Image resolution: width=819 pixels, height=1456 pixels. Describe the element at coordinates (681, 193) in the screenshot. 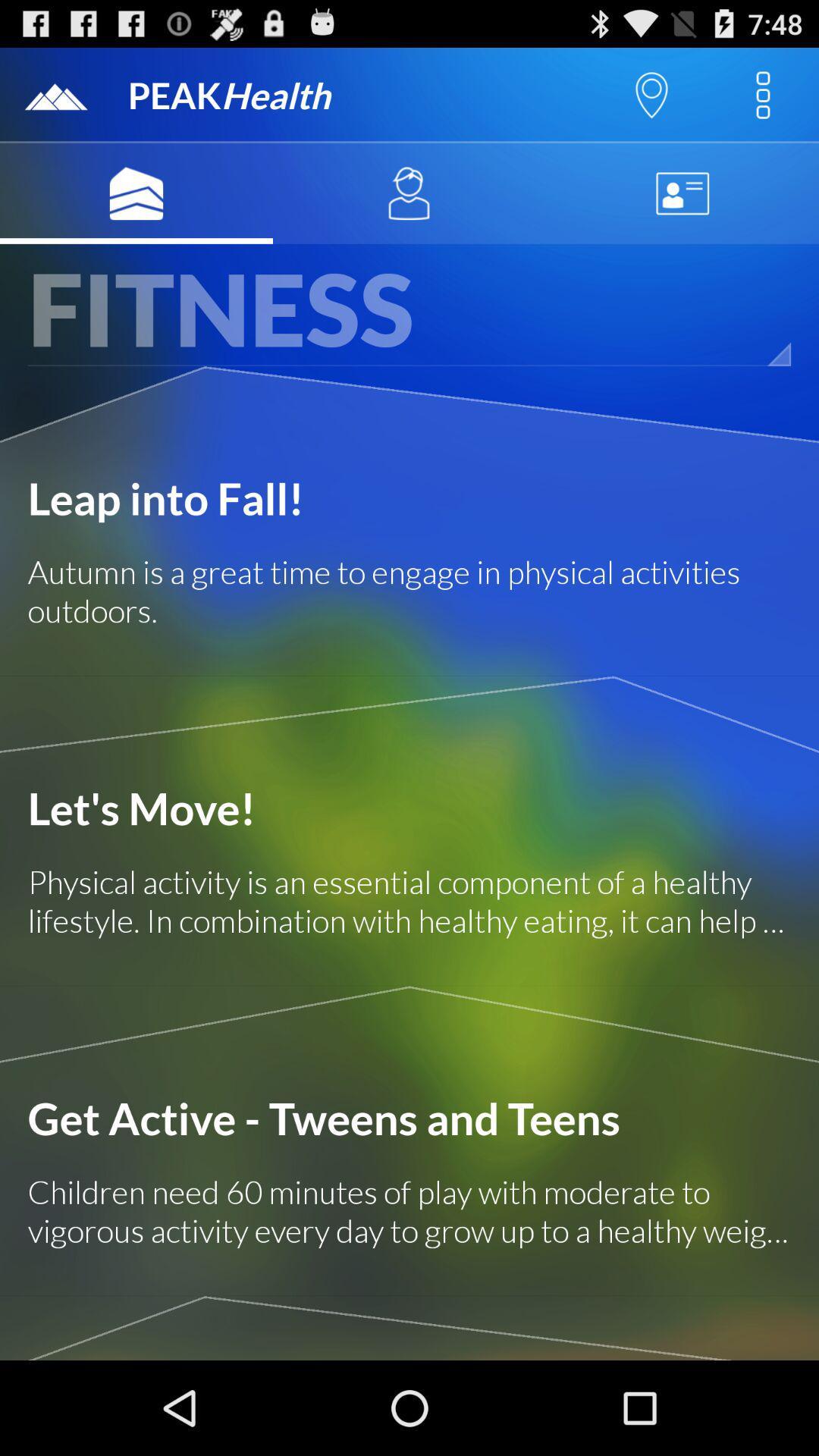

I see `show personal information` at that location.